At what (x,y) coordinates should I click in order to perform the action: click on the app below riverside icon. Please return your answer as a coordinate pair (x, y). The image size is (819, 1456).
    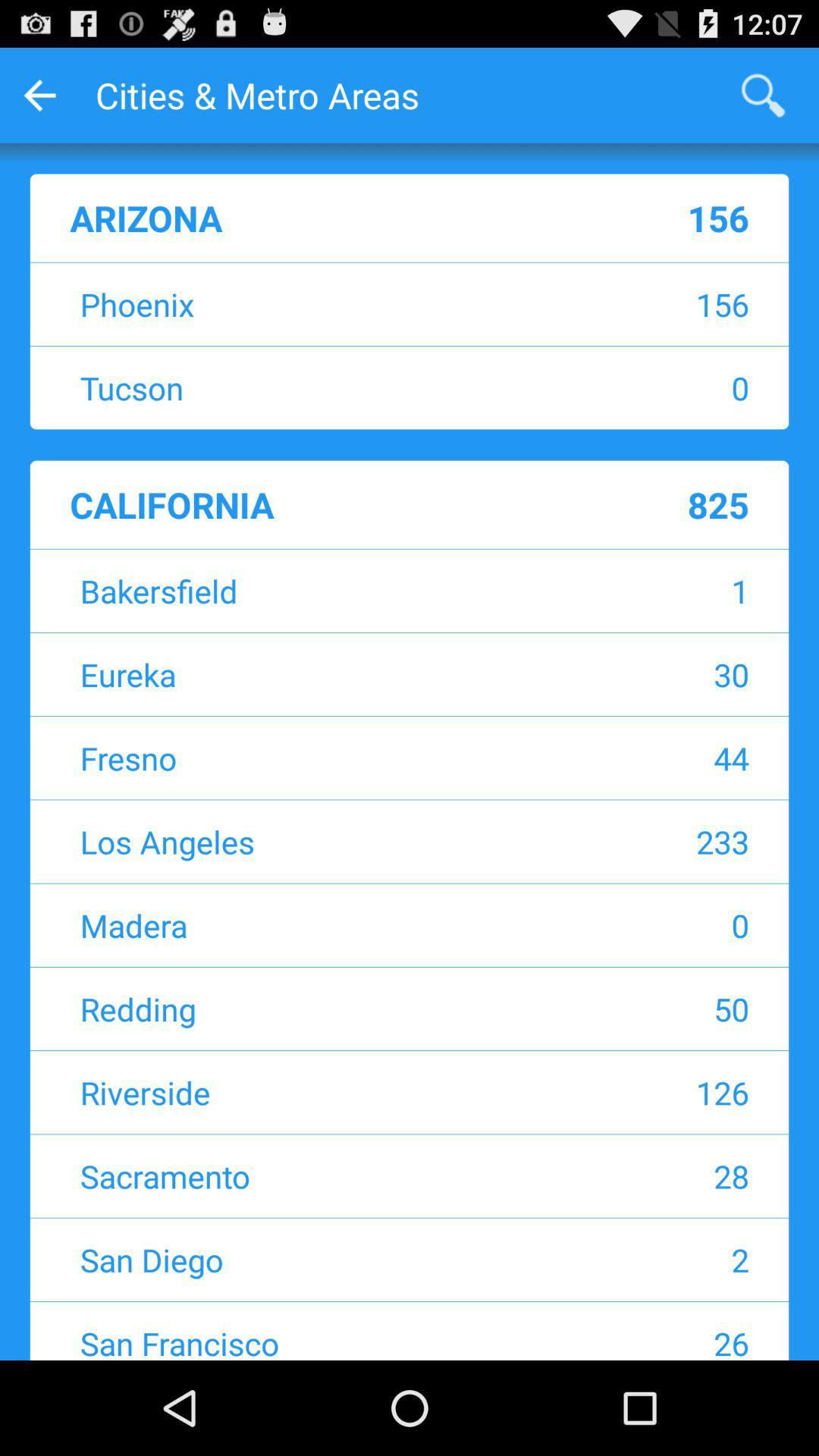
    Looking at the image, I should click on (314, 1175).